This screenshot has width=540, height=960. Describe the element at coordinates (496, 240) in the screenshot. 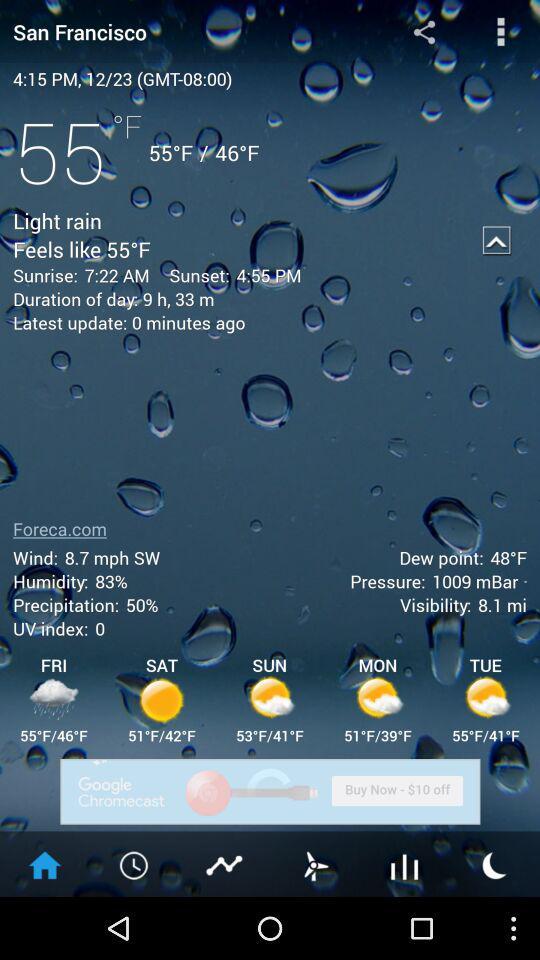

I see `app next to the 4:55 pm` at that location.